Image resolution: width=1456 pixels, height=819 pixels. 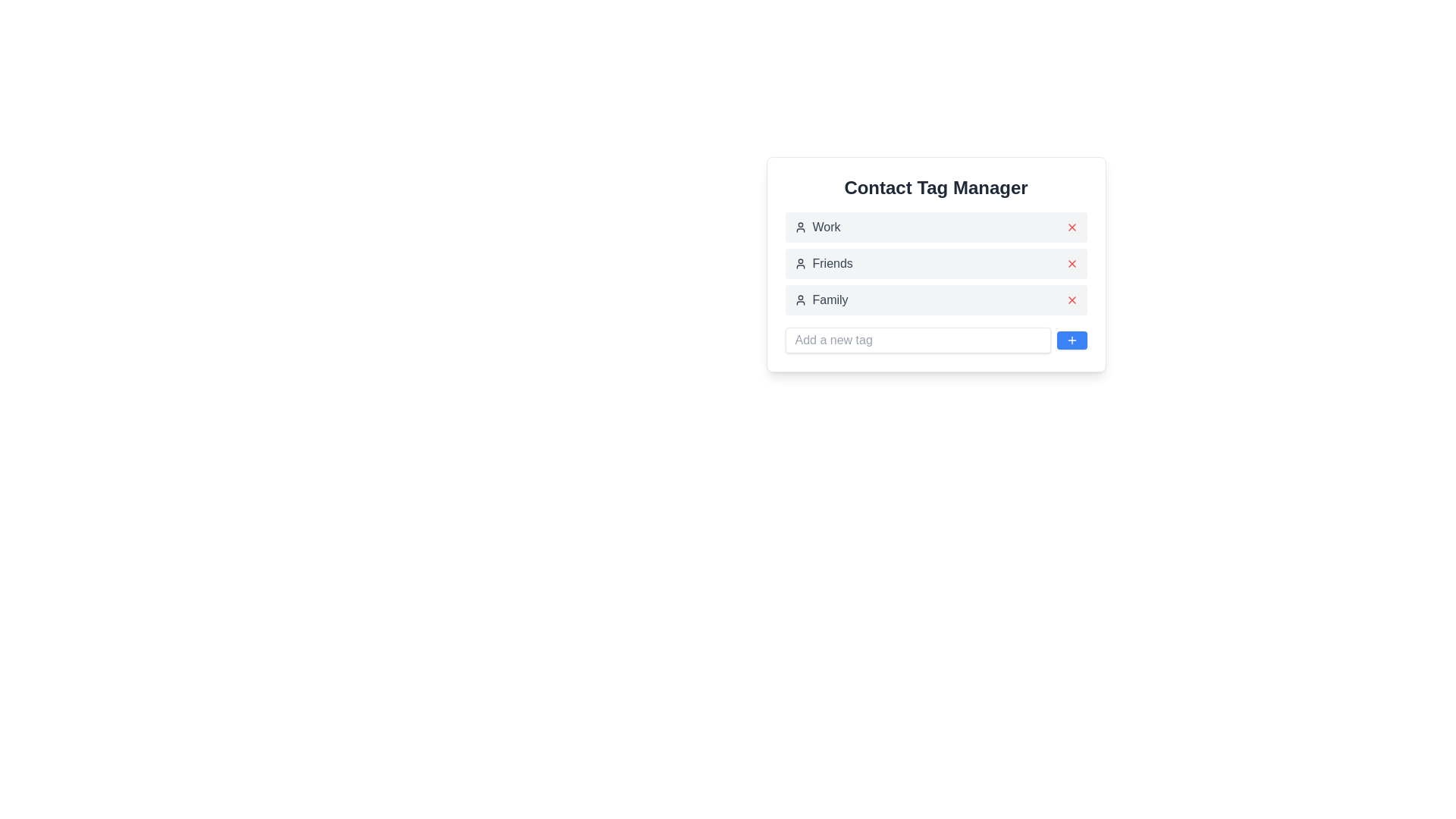 What do you see at coordinates (799, 262) in the screenshot?
I see `the user icon located to the left of the 'Friends' label in the UI` at bounding box center [799, 262].